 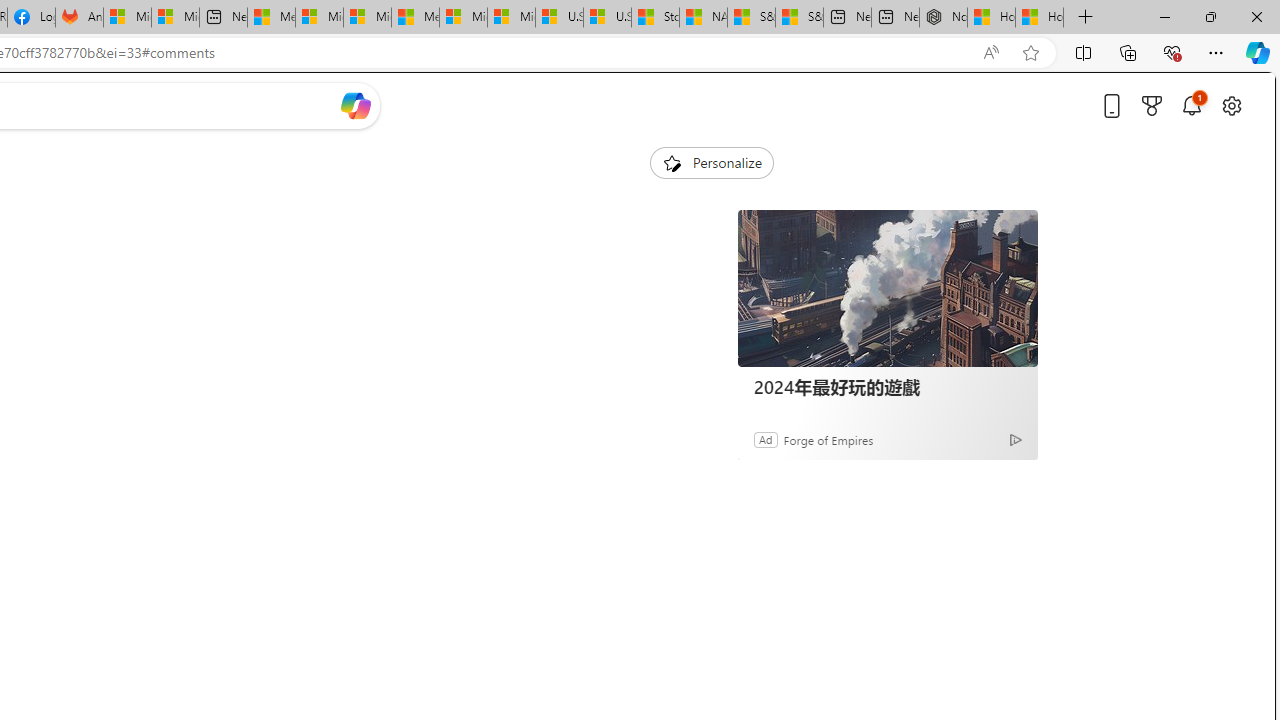 I want to click on 'Microsoft account | Home', so click(x=367, y=17).